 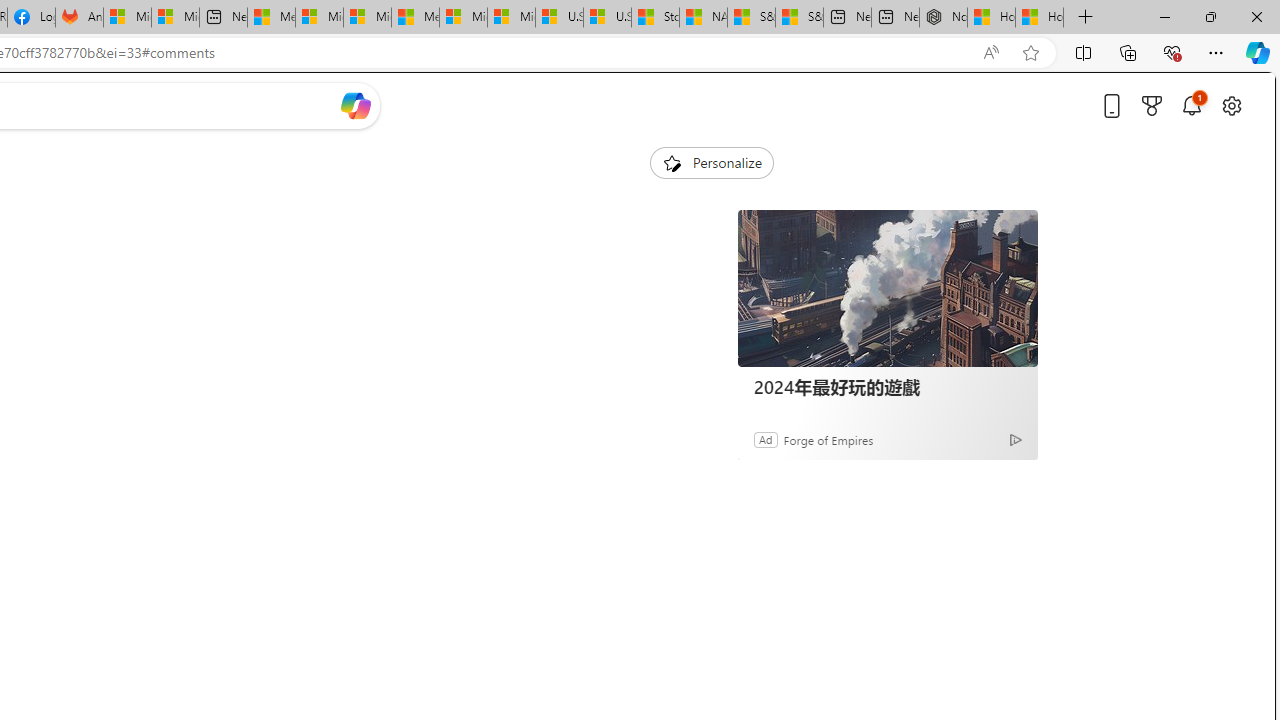 I want to click on 'Microsoft account | Home', so click(x=367, y=17).